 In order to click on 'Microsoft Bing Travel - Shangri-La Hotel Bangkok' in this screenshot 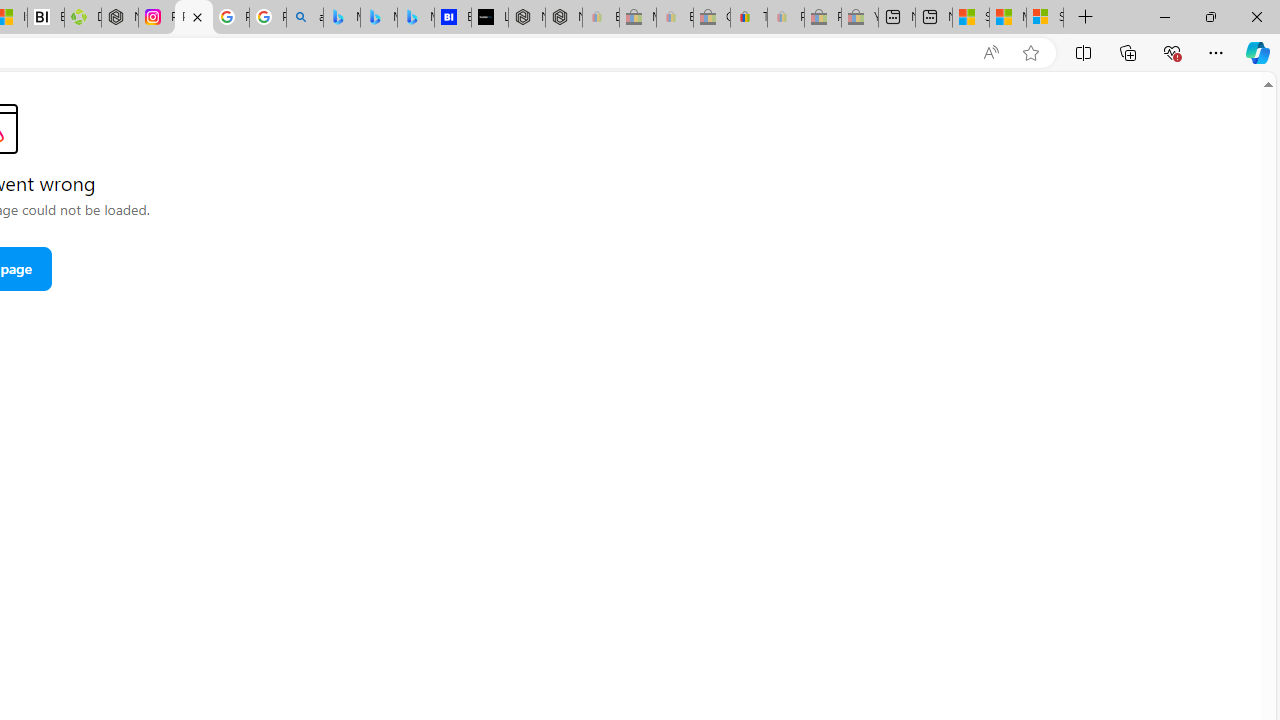, I will do `click(415, 17)`.